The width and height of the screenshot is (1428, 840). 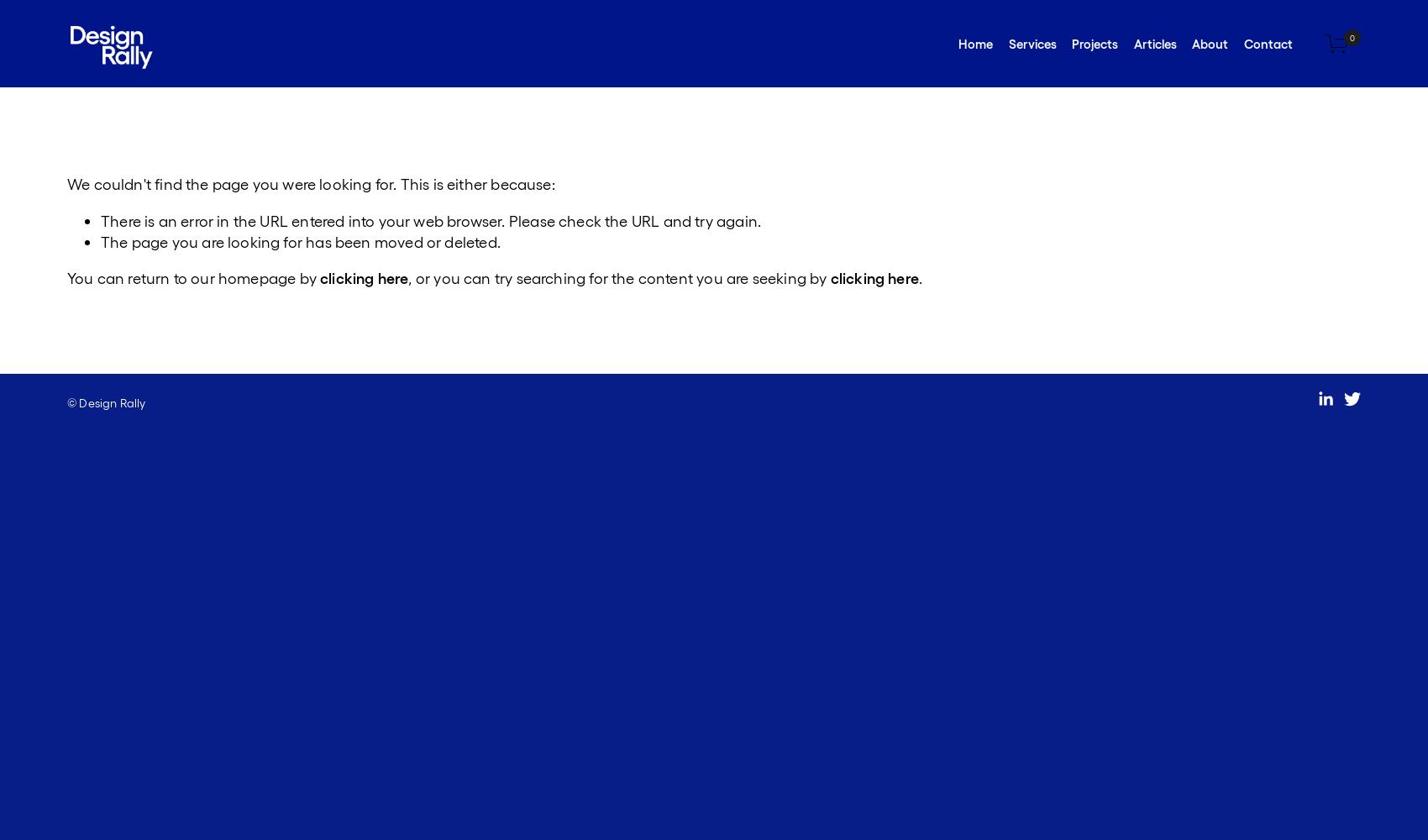 What do you see at coordinates (67, 402) in the screenshot?
I see `'© Design Rally'` at bounding box center [67, 402].